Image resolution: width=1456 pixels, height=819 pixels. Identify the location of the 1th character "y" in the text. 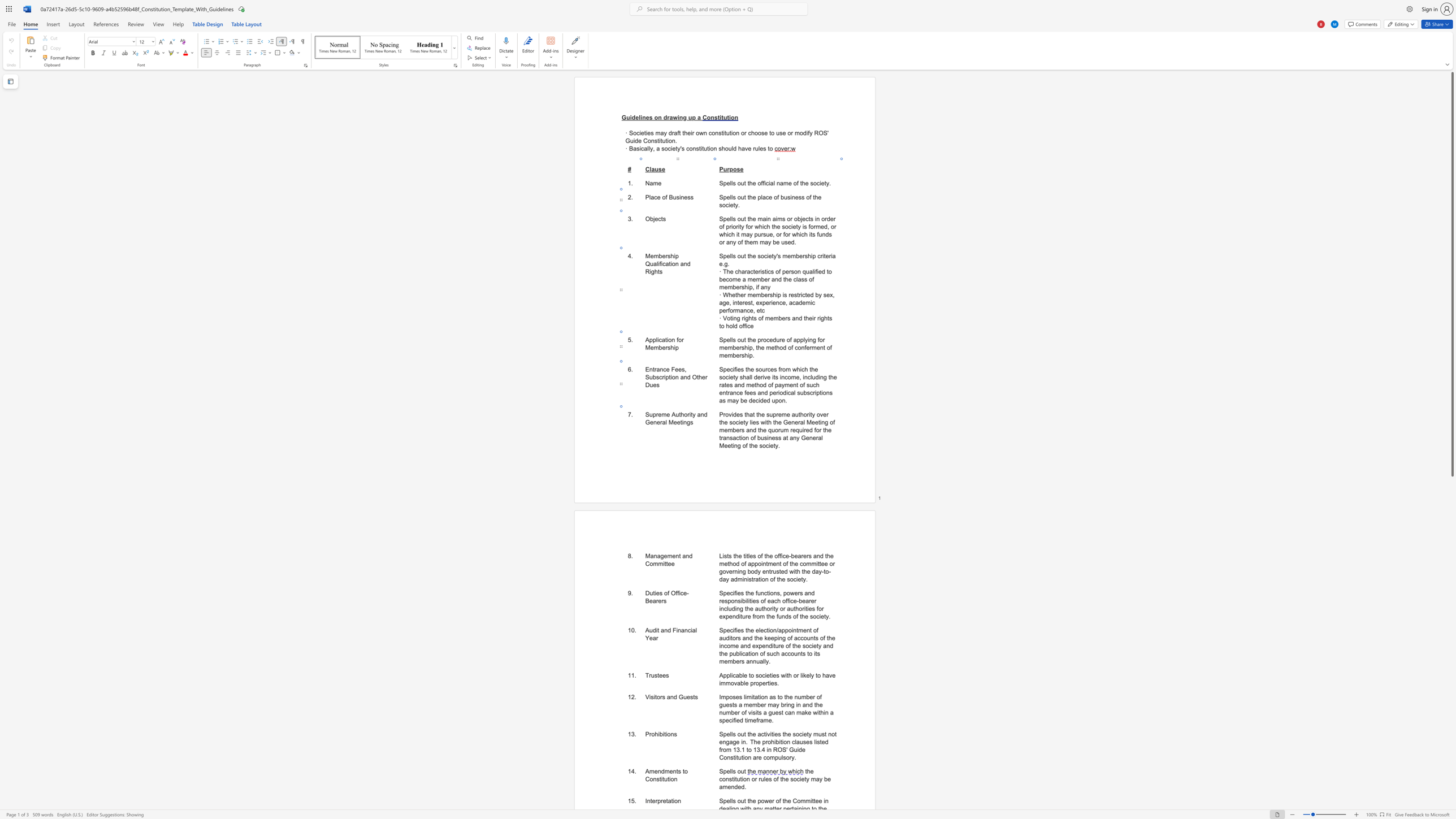
(812, 675).